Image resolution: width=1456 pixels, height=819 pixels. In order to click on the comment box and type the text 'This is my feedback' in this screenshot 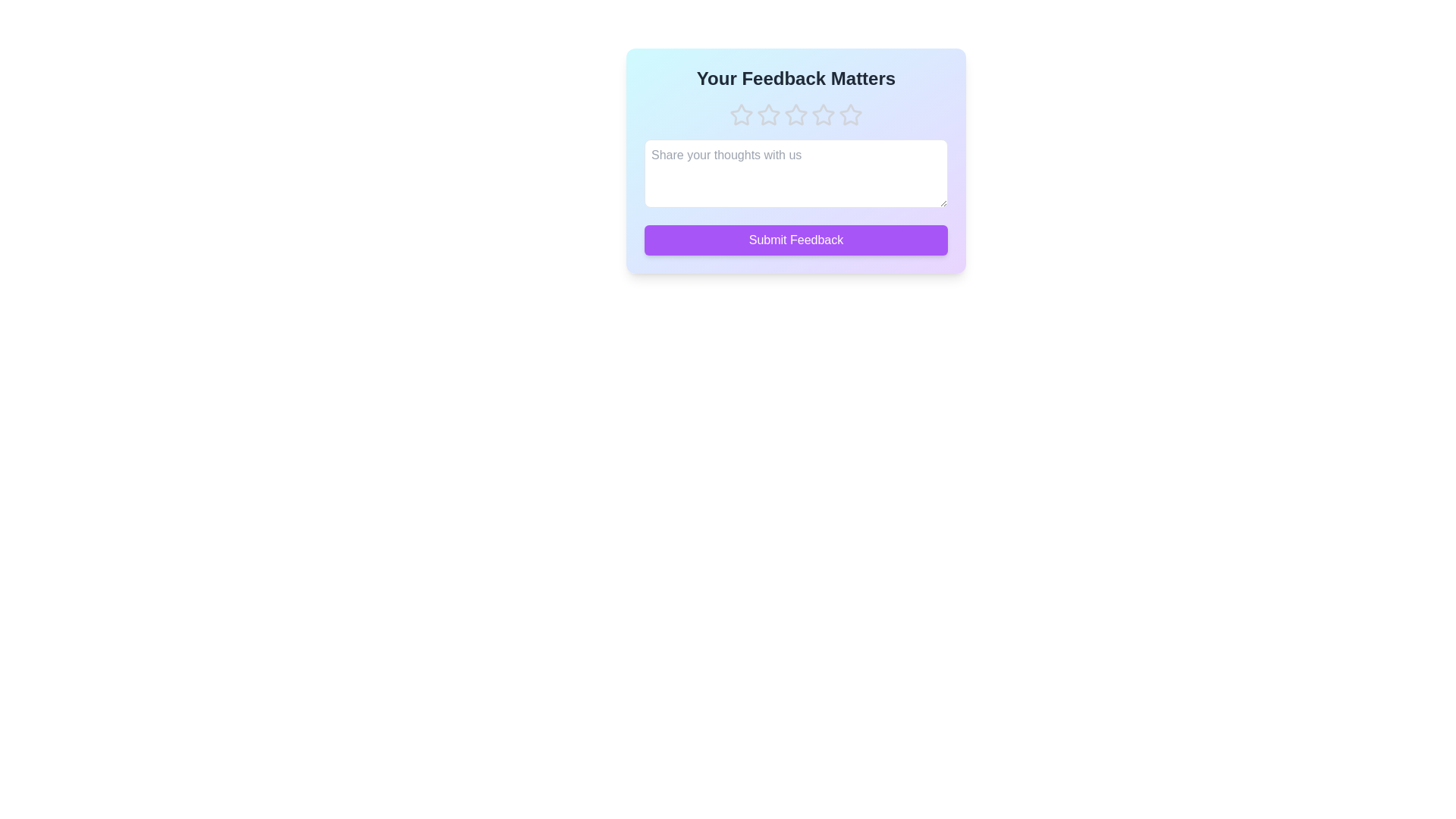, I will do `click(795, 172)`.